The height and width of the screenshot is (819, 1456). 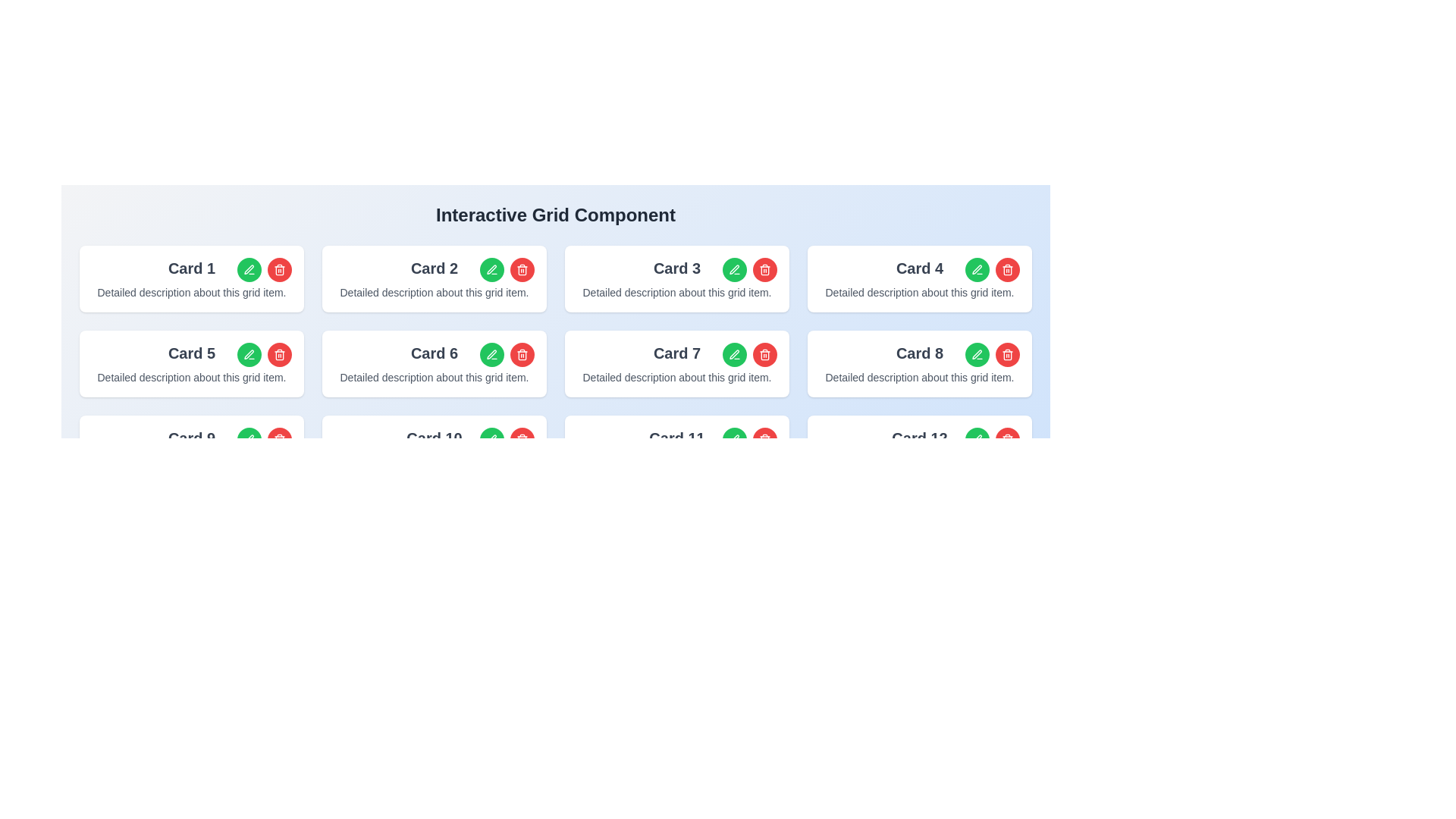 I want to click on the green pen icon in the top-right corner of the 'Card 3', so click(x=749, y=268).